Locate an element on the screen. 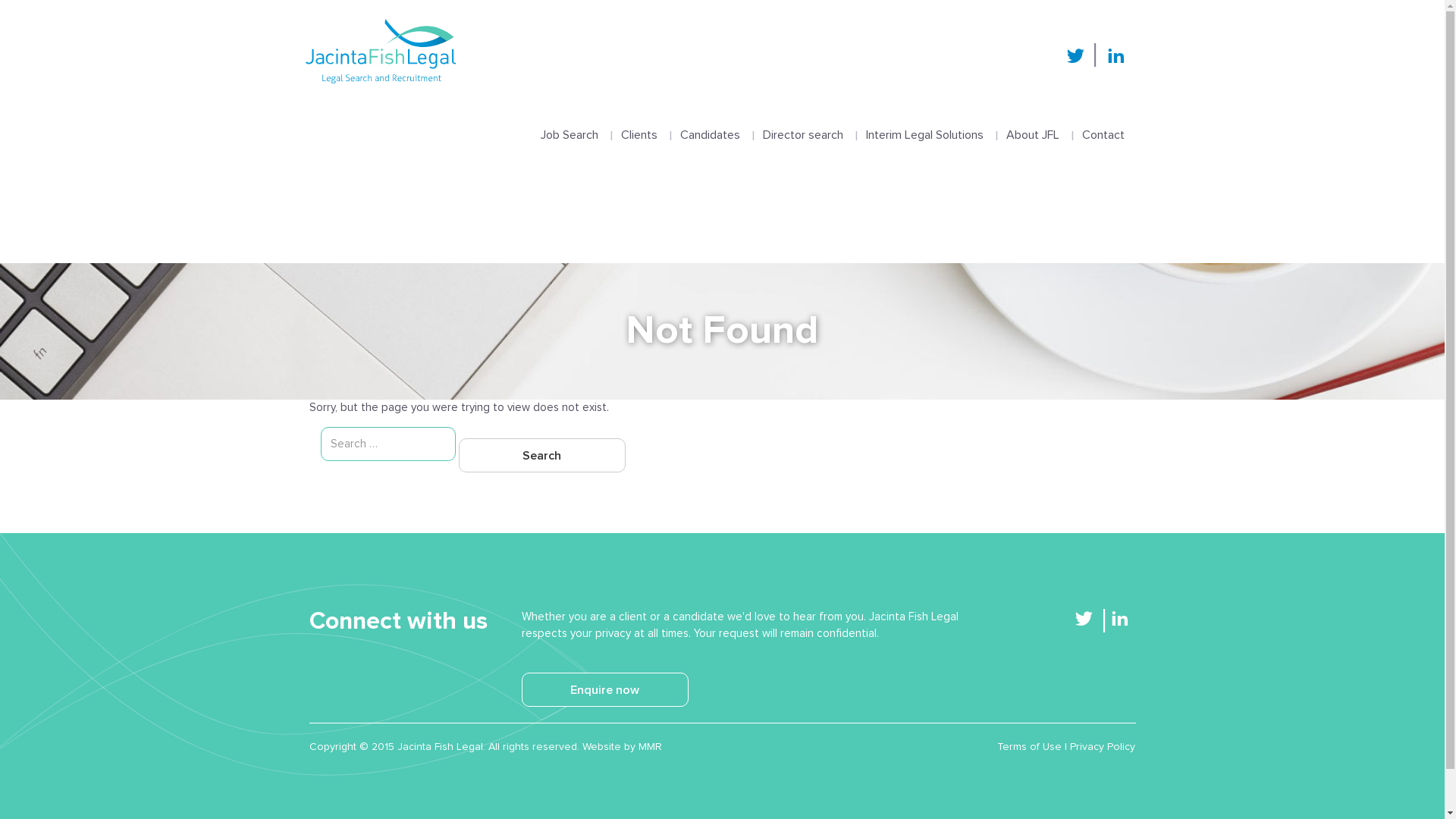  'MMR' is located at coordinates (650, 745).